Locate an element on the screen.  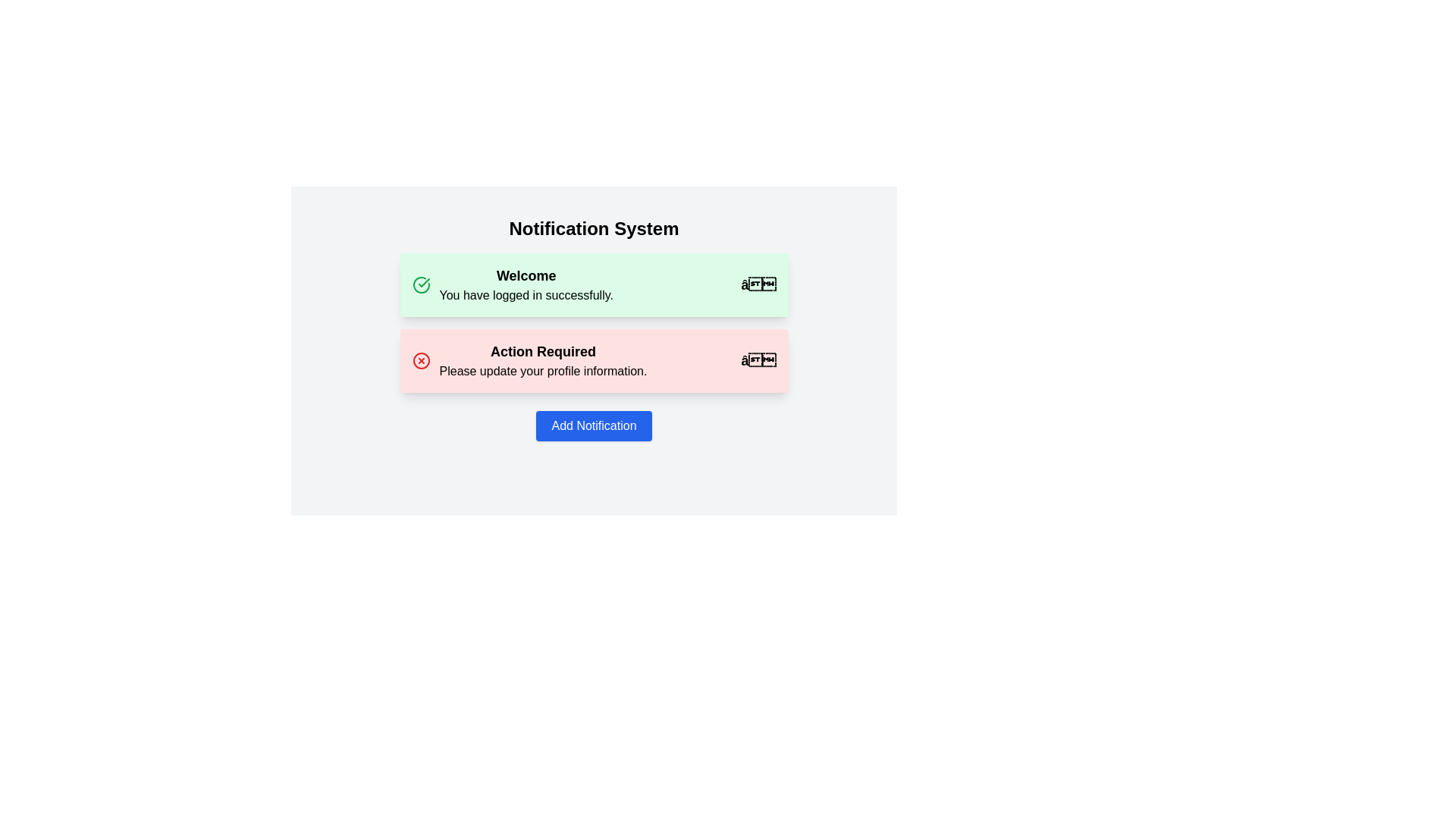
the greeting header text element that indicates successful login, which is located above the message 'You have logged in successfully' in the green notification bar is located at coordinates (526, 275).